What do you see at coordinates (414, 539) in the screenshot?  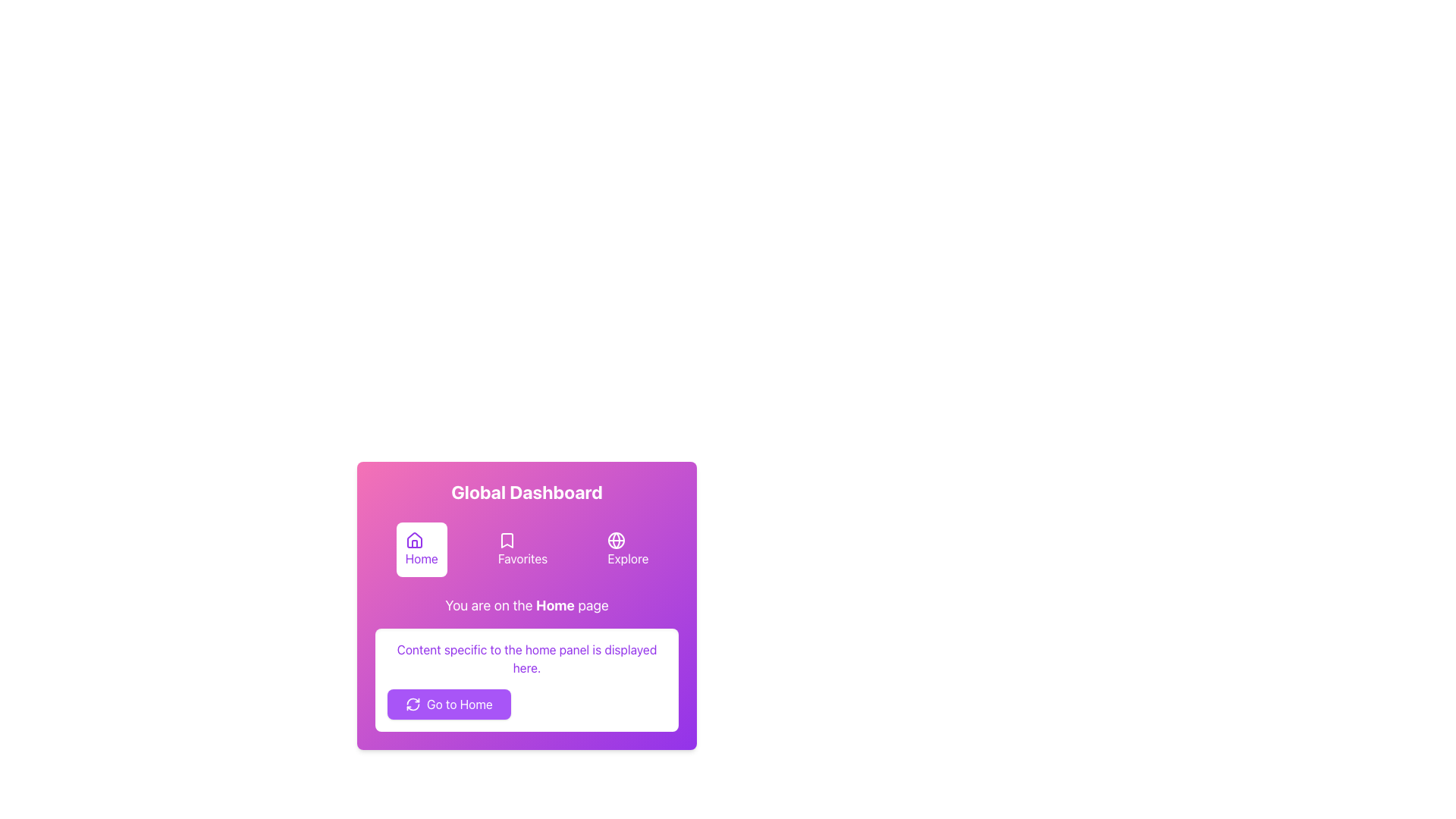 I see `the house outline icon within the 'Home' icon located in the top navigation of the Global Dashboard` at bounding box center [414, 539].